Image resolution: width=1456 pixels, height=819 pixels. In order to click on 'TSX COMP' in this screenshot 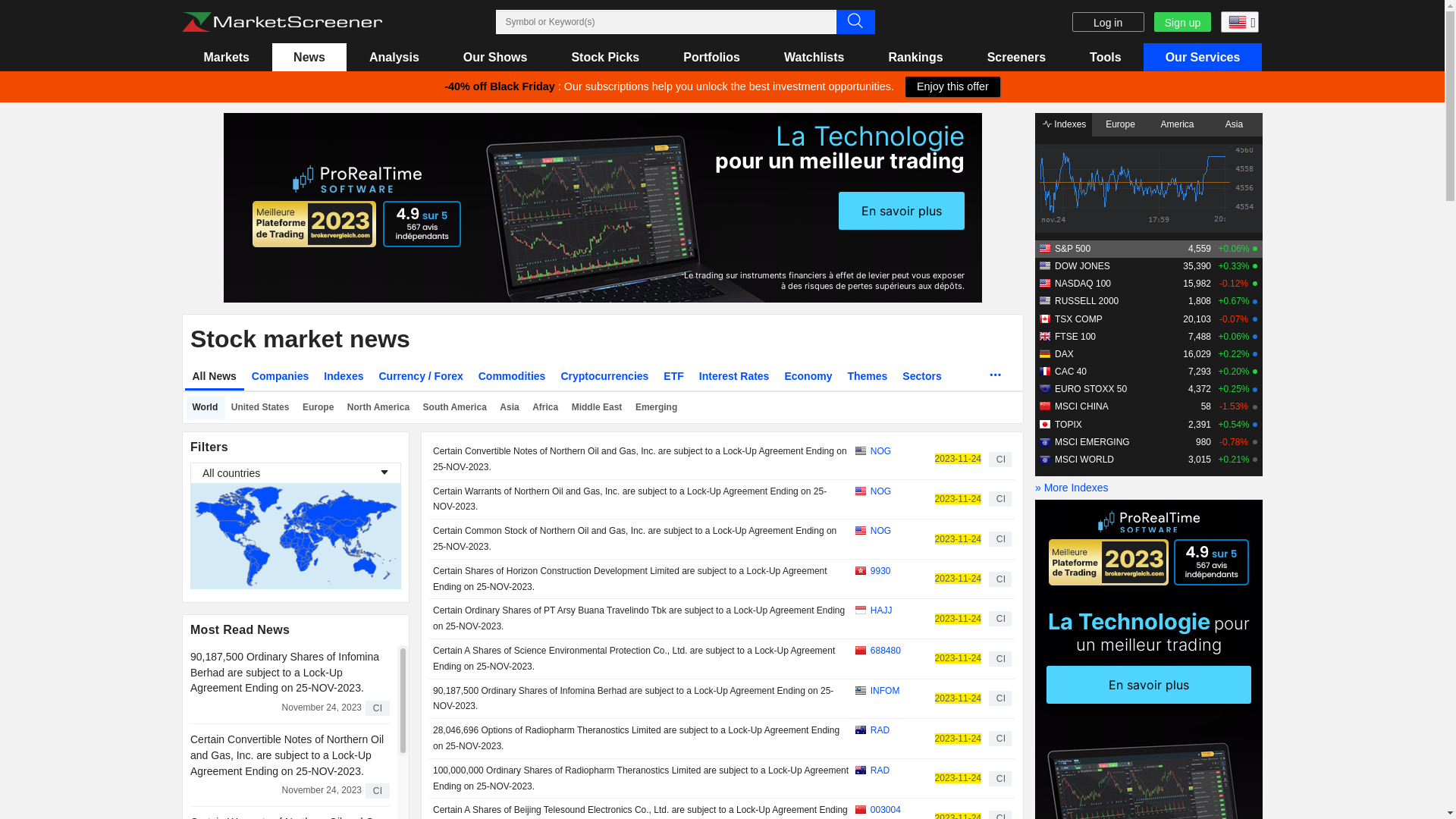, I will do `click(1078, 318)`.